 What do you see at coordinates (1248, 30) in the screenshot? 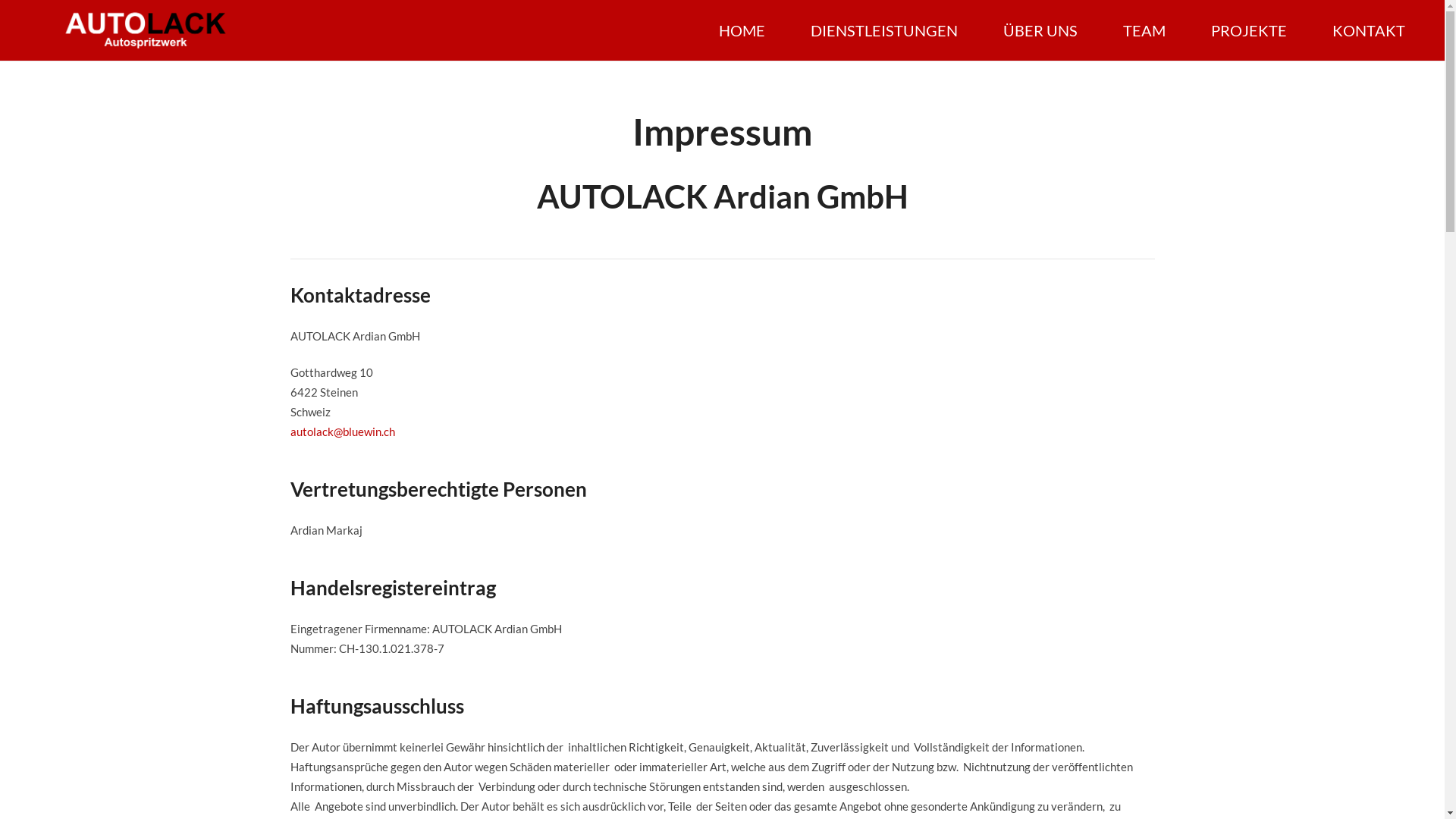
I see `'PROJEKTE'` at bounding box center [1248, 30].